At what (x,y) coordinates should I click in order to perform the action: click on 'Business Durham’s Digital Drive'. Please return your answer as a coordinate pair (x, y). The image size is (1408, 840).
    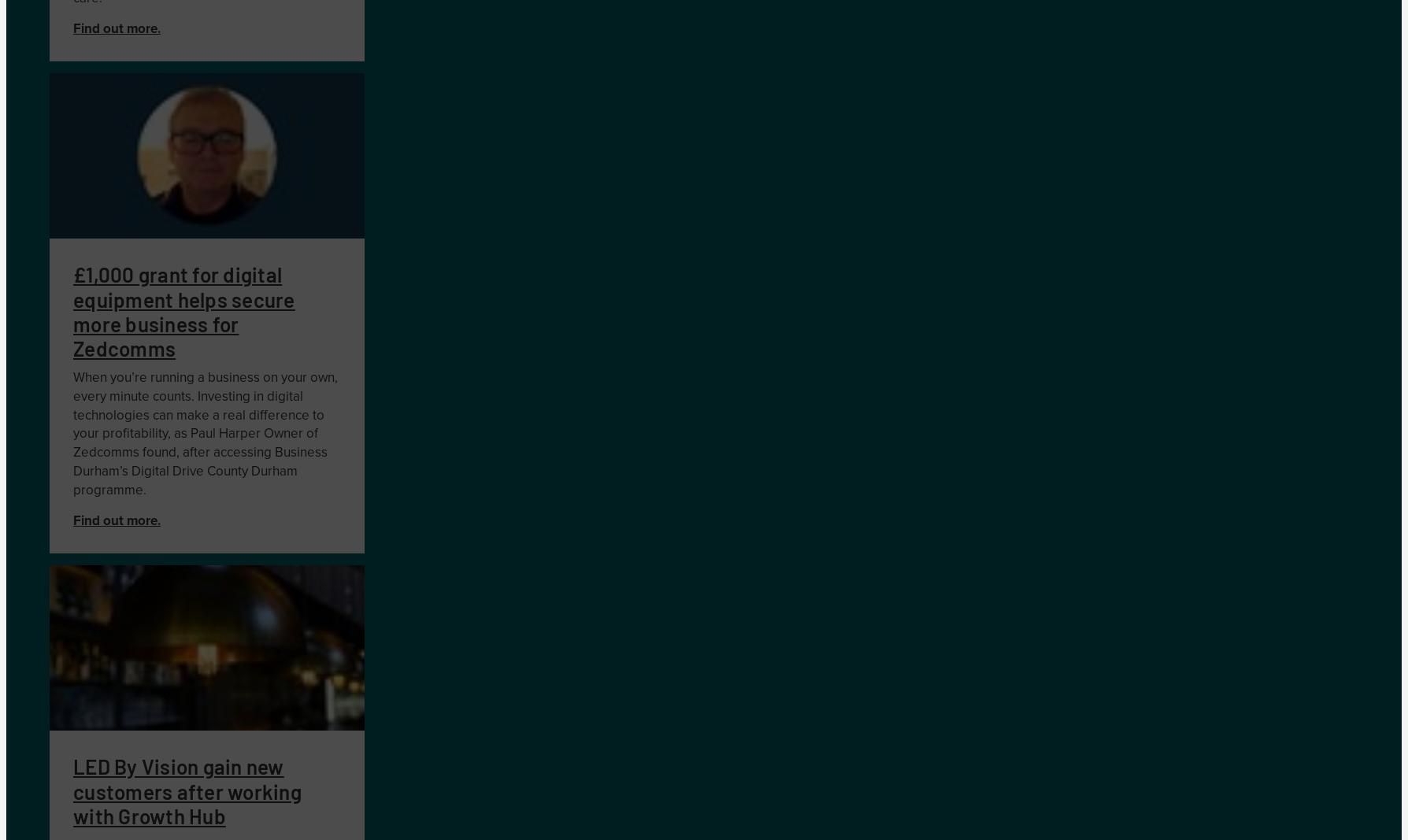
    Looking at the image, I should click on (199, 461).